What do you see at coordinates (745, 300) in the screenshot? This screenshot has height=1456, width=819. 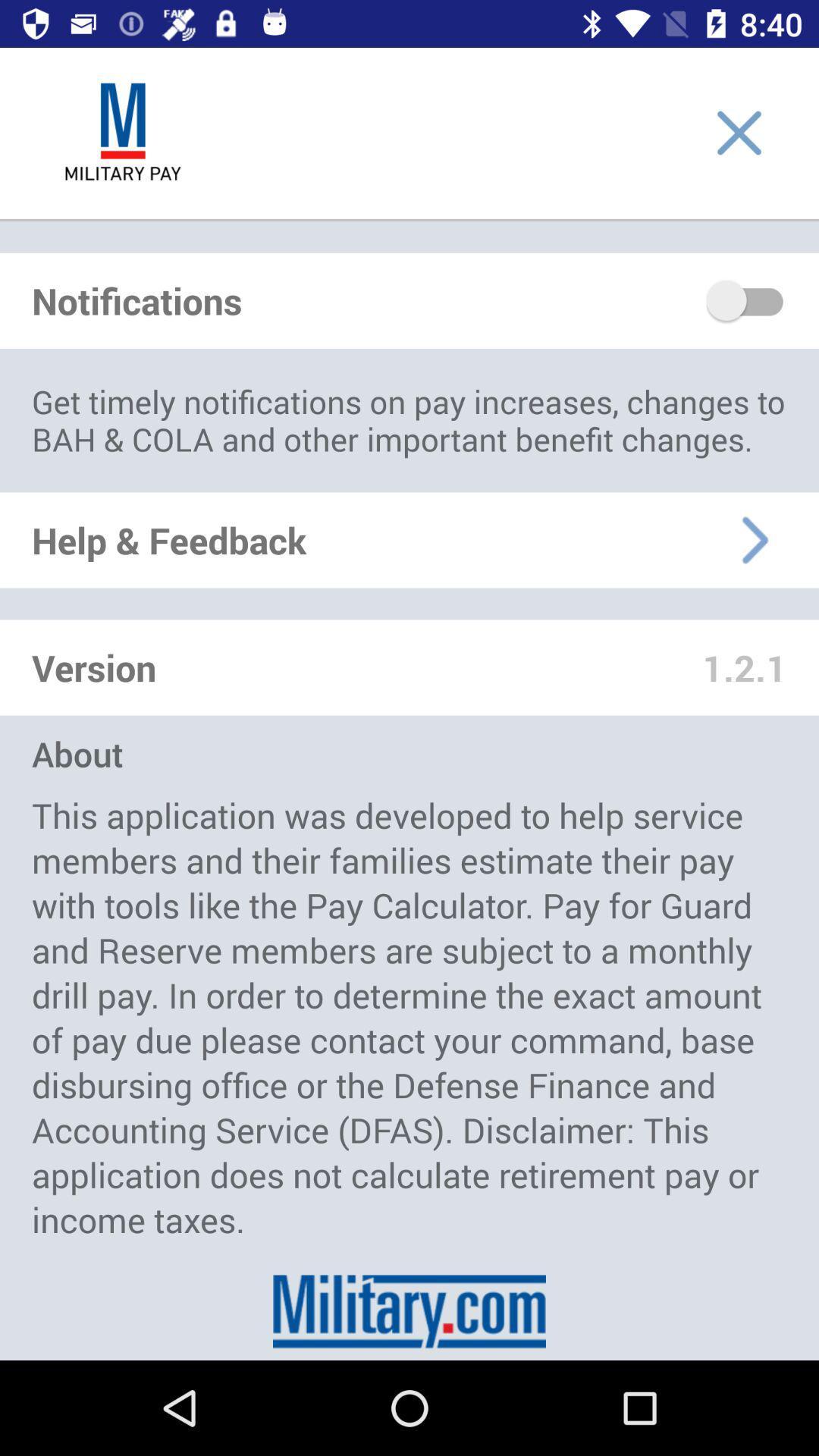 I see `notifications` at bounding box center [745, 300].